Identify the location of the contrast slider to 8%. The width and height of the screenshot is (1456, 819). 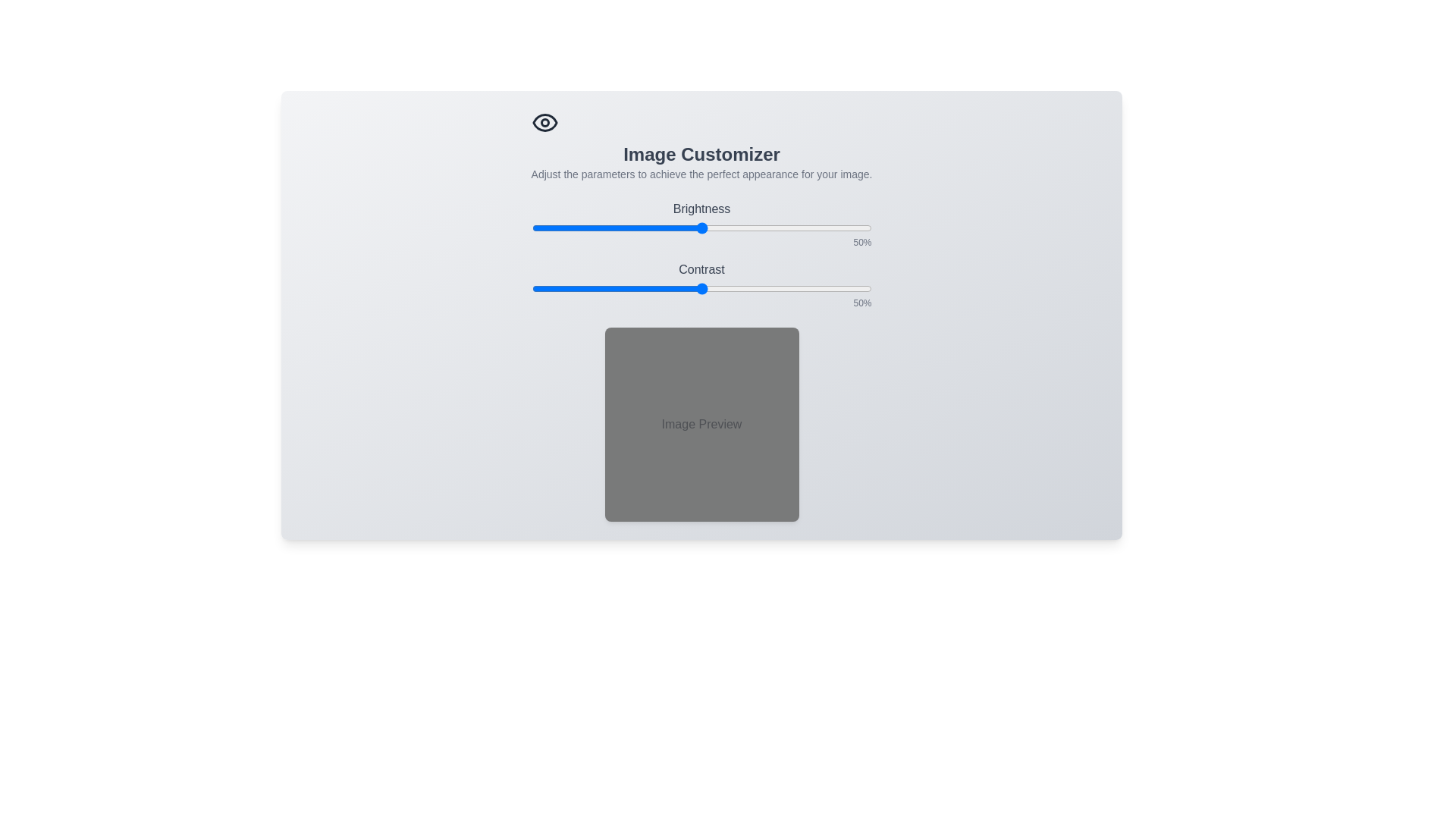
(558, 289).